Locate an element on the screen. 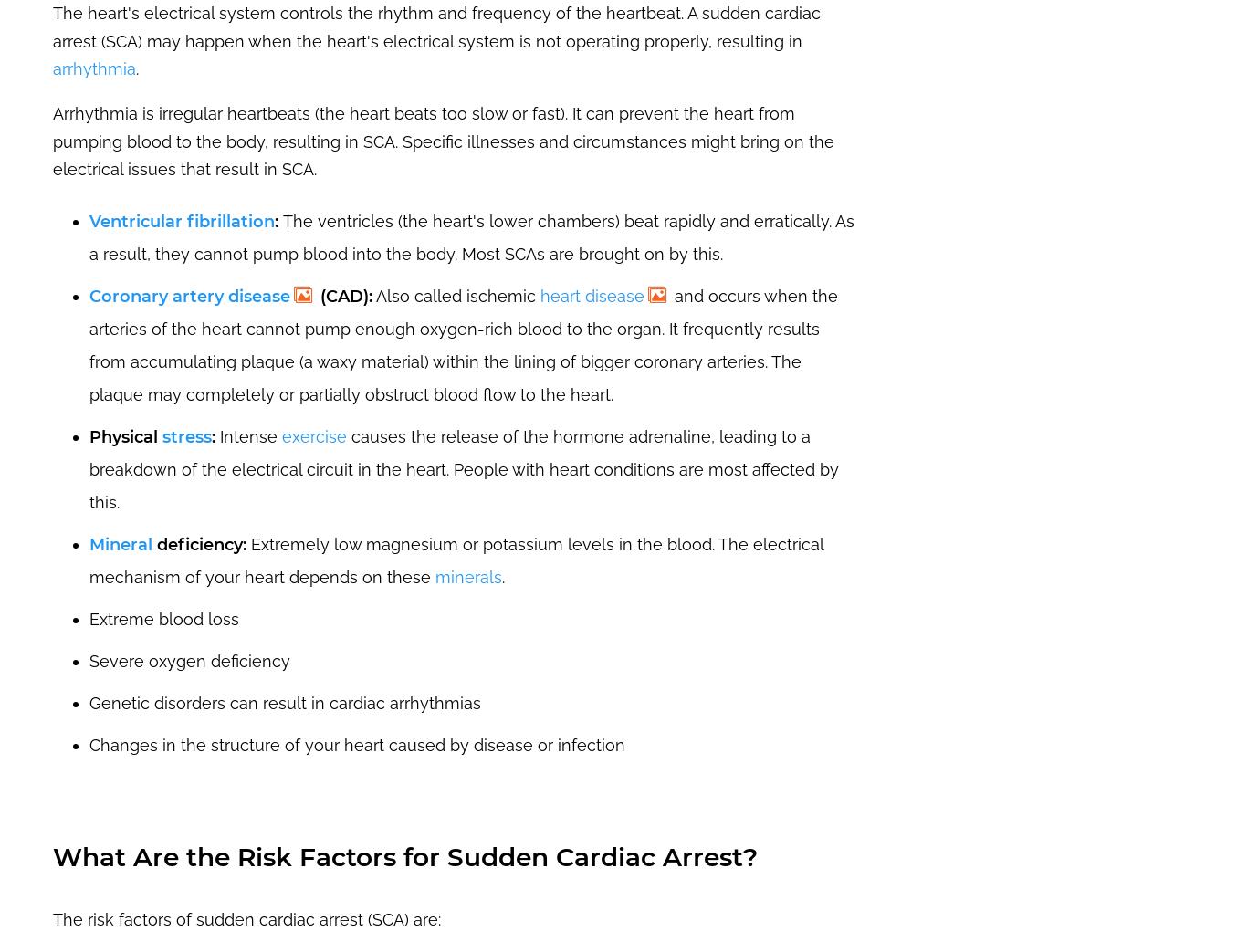 This screenshot has height=952, width=1247. 'stress' is located at coordinates (186, 435).